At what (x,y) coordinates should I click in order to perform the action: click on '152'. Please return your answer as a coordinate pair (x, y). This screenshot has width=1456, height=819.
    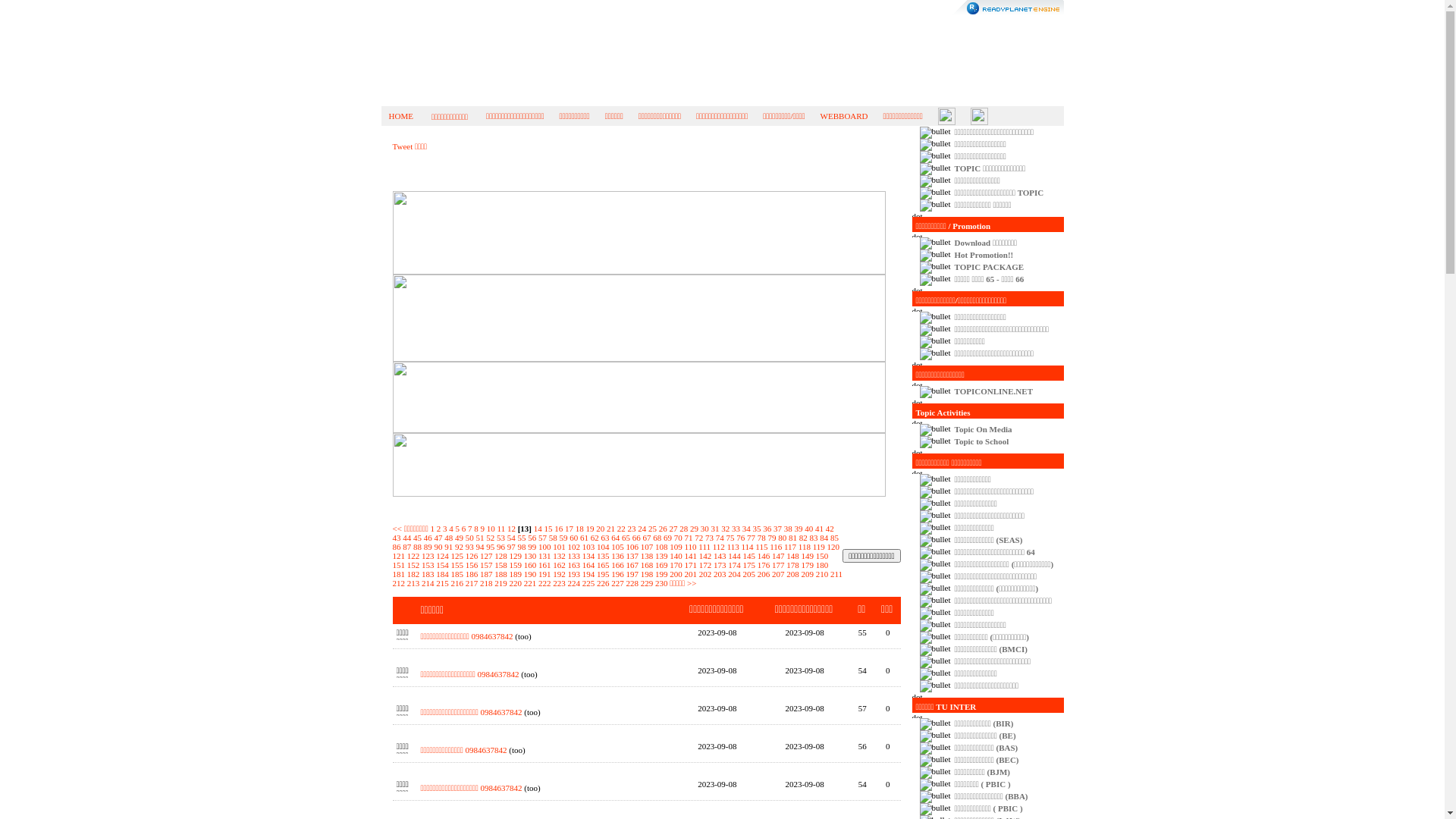
    Looking at the image, I should click on (413, 564).